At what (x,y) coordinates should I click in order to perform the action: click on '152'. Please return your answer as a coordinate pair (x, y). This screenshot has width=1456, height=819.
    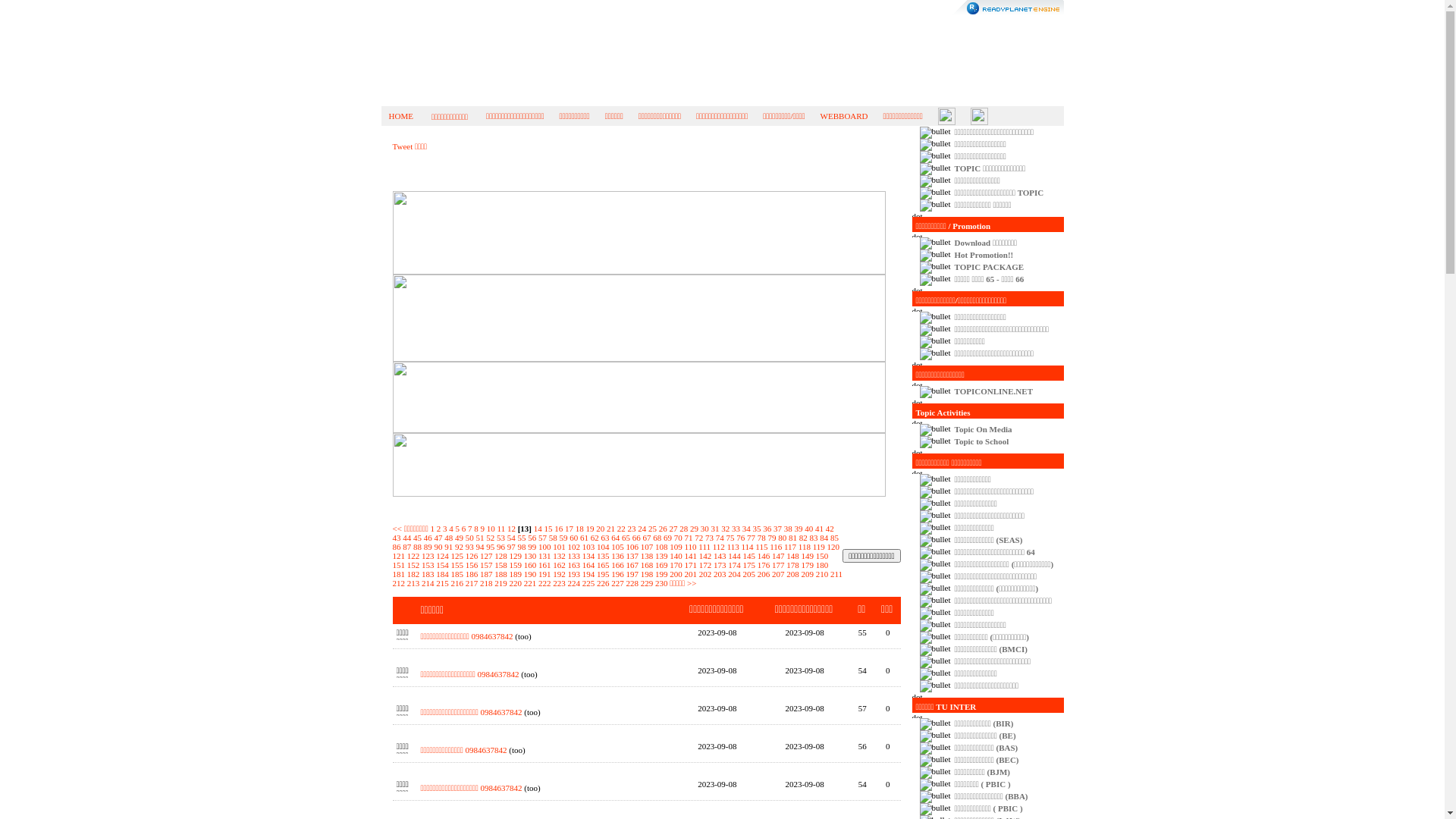
    Looking at the image, I should click on (413, 564).